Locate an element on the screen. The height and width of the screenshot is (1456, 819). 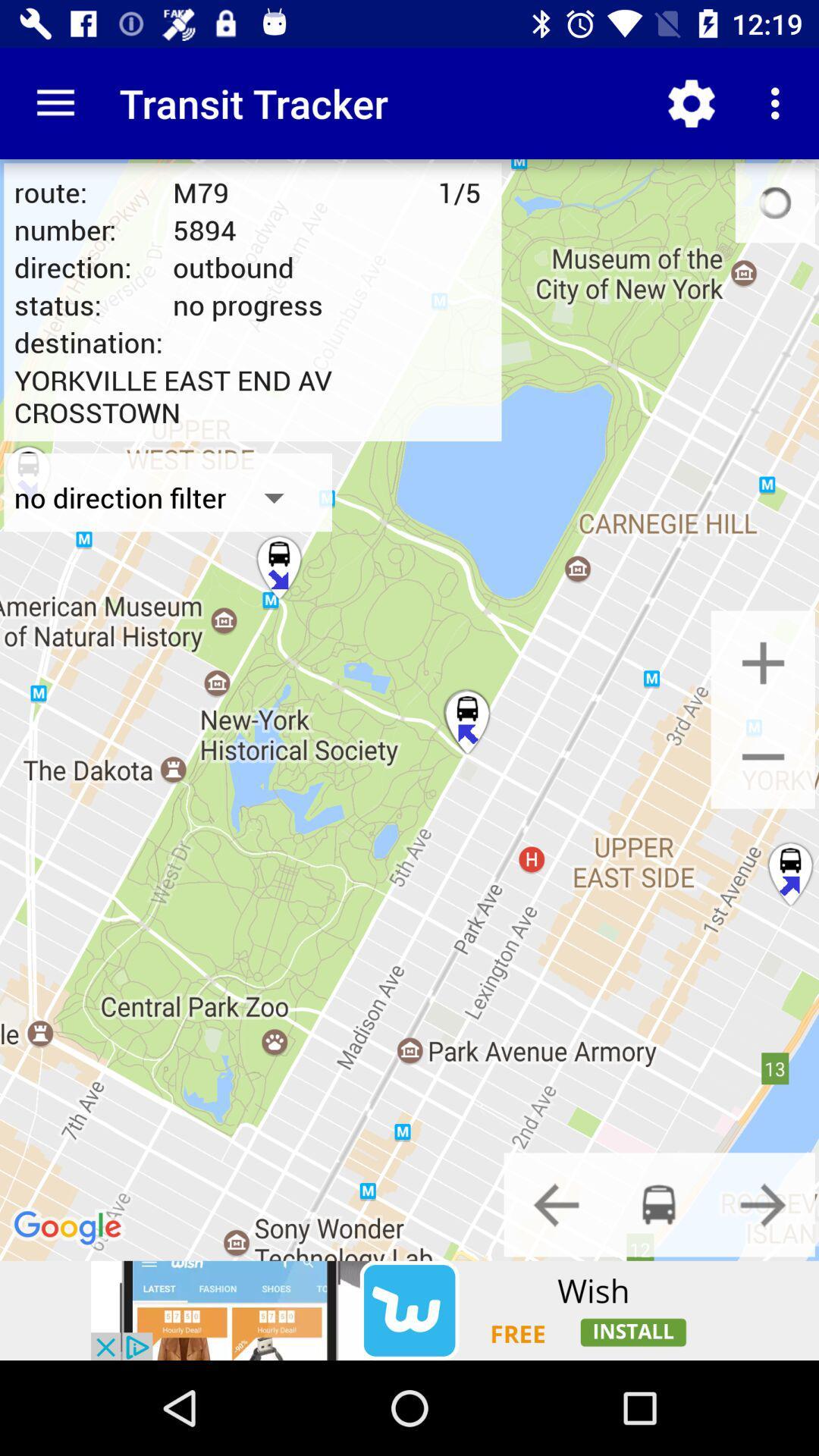
zoom out is located at coordinates (763, 756).